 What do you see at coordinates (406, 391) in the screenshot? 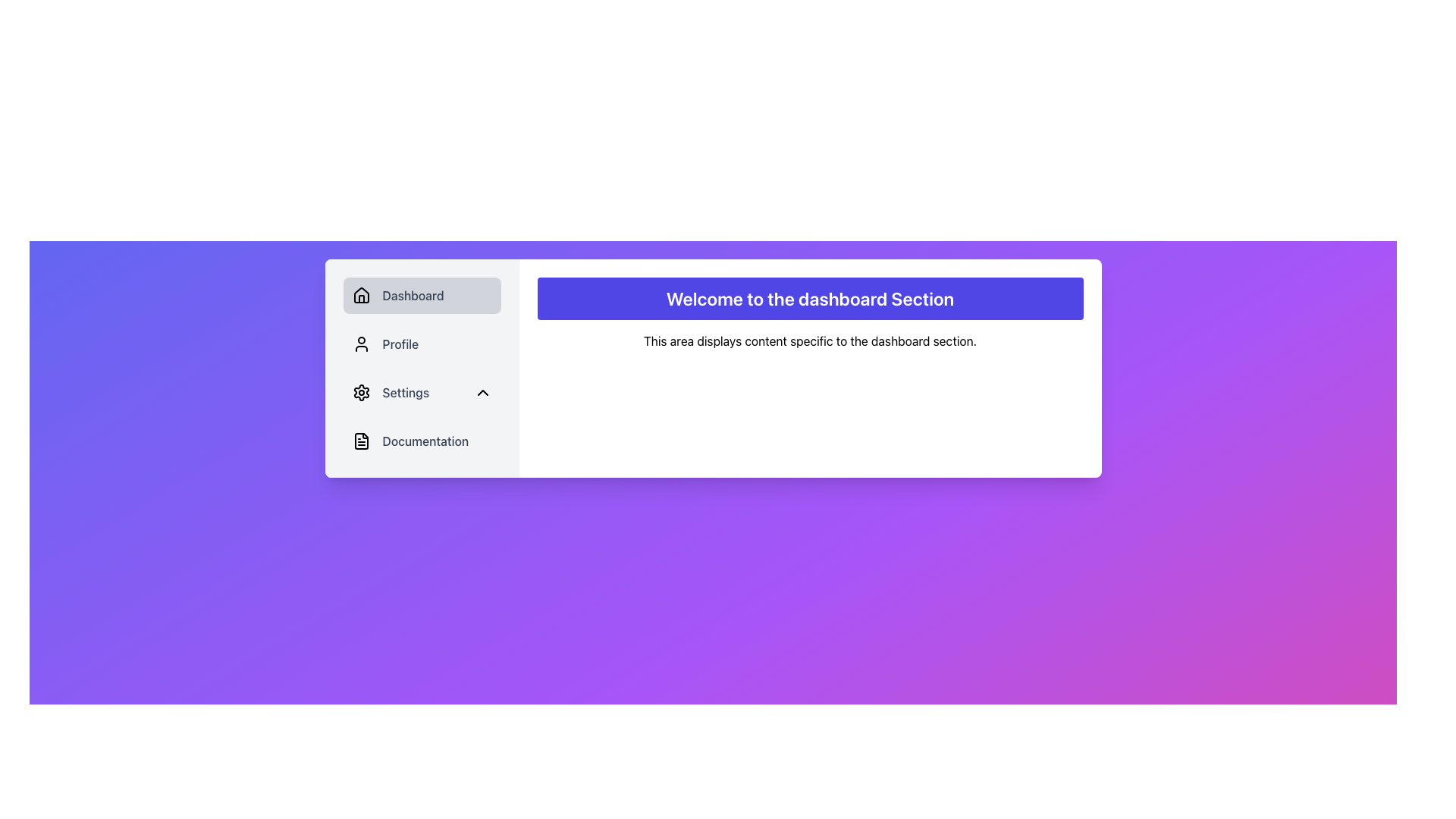
I see `text of the 'Settings' label located in the sidebar menu, which is the third visible label next to the gear icon` at bounding box center [406, 391].